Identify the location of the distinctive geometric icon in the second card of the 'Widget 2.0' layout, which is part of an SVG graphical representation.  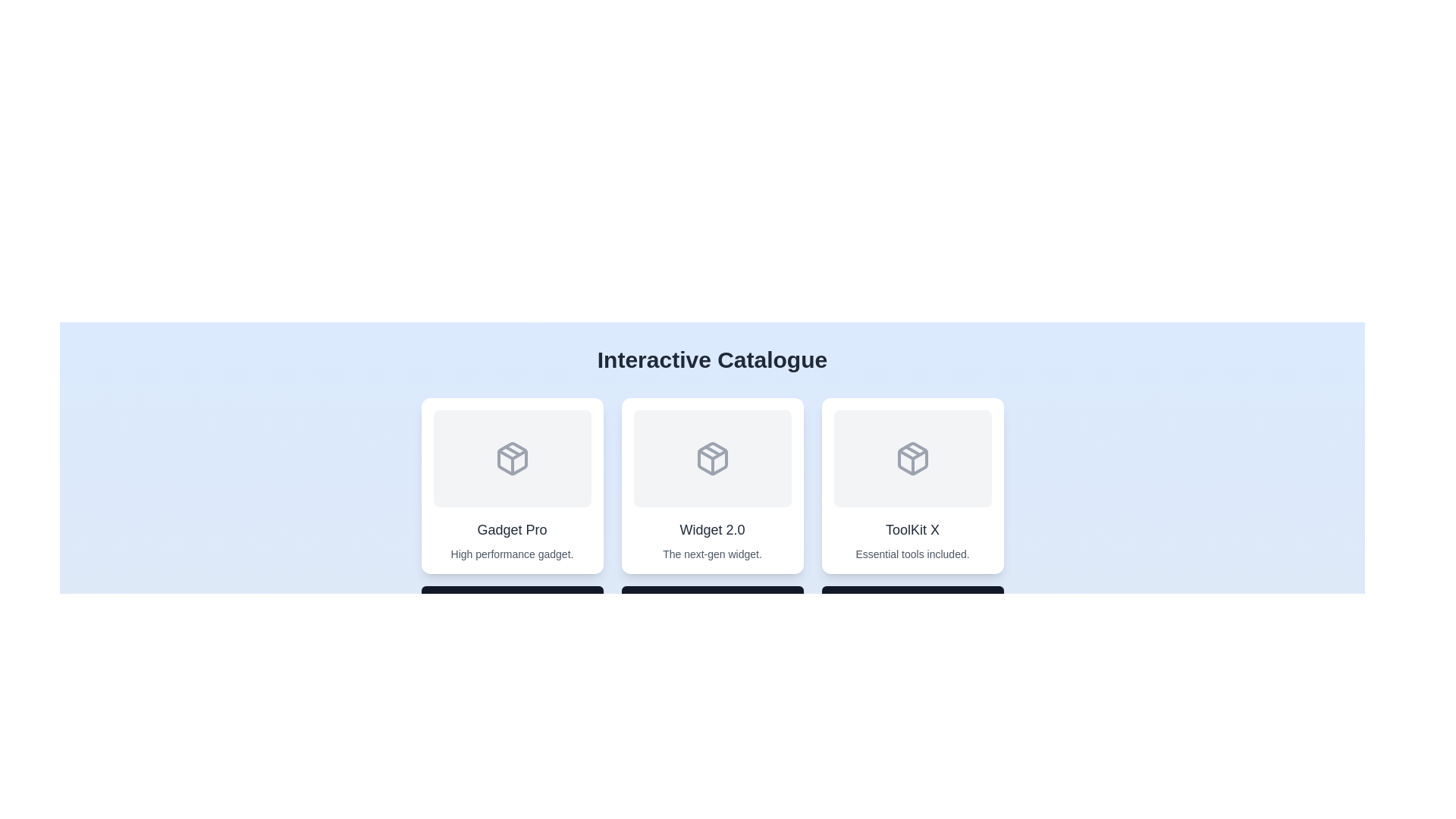
(711, 450).